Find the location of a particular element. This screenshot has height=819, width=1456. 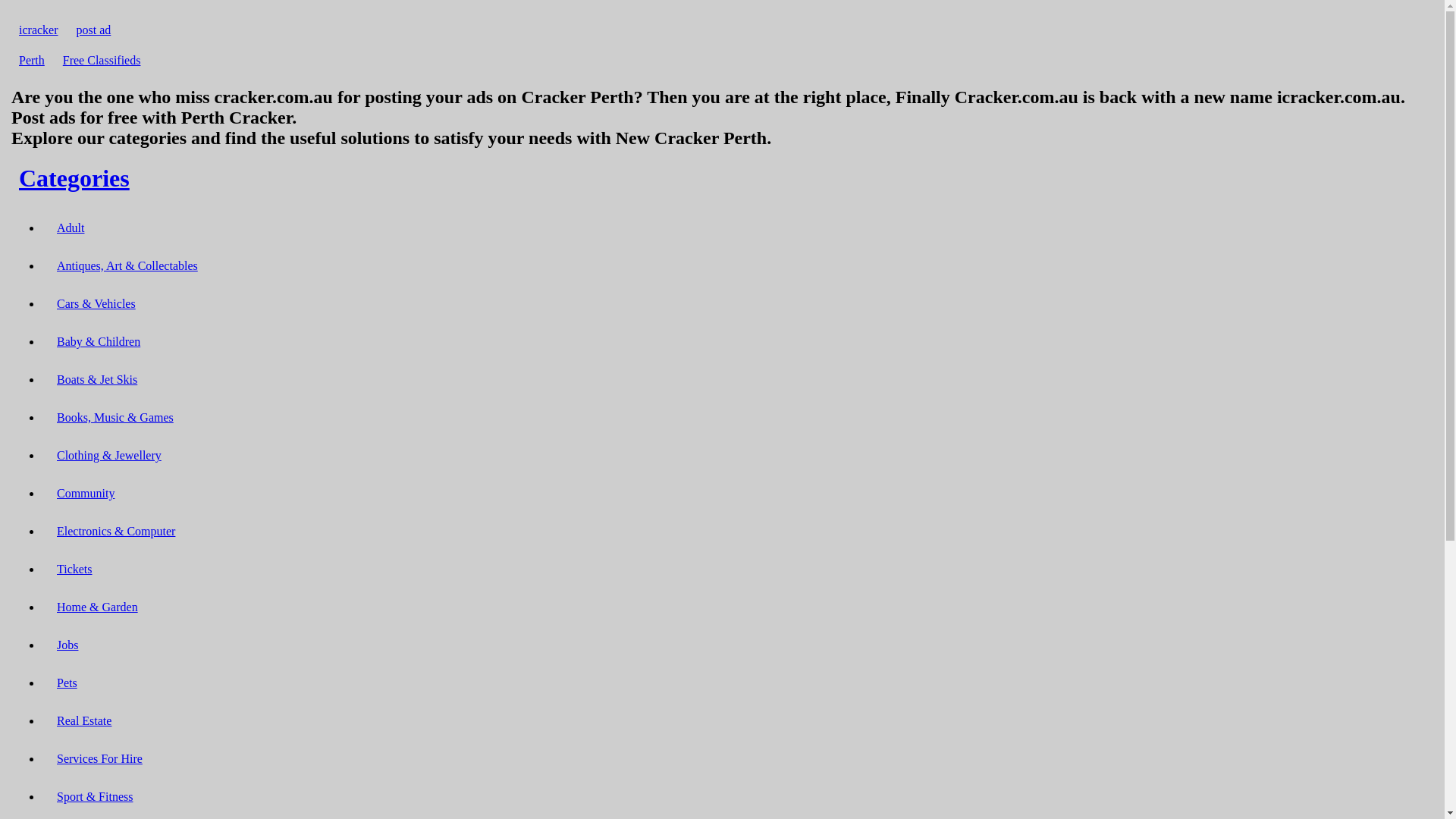

'icracker' is located at coordinates (39, 30).